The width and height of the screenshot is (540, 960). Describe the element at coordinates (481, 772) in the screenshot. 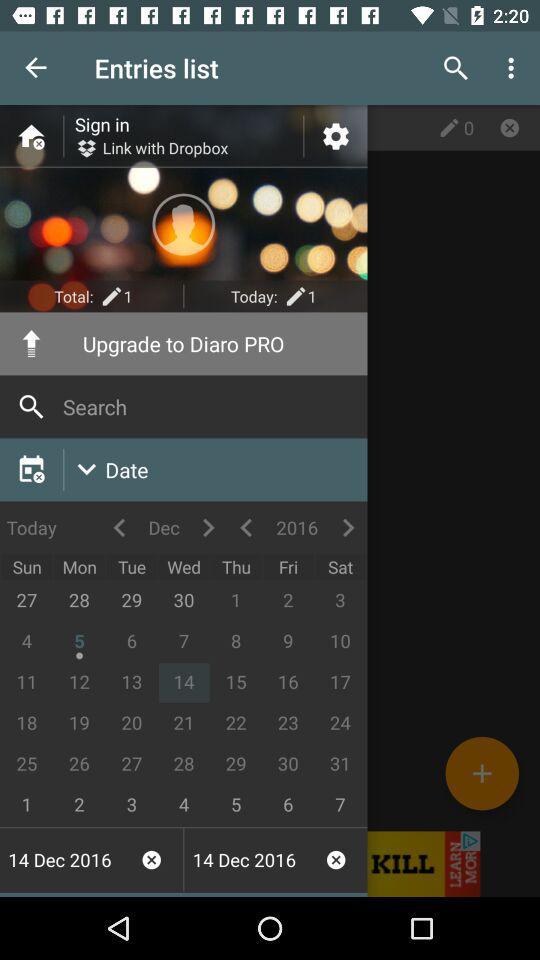

I see `the add icon` at that location.